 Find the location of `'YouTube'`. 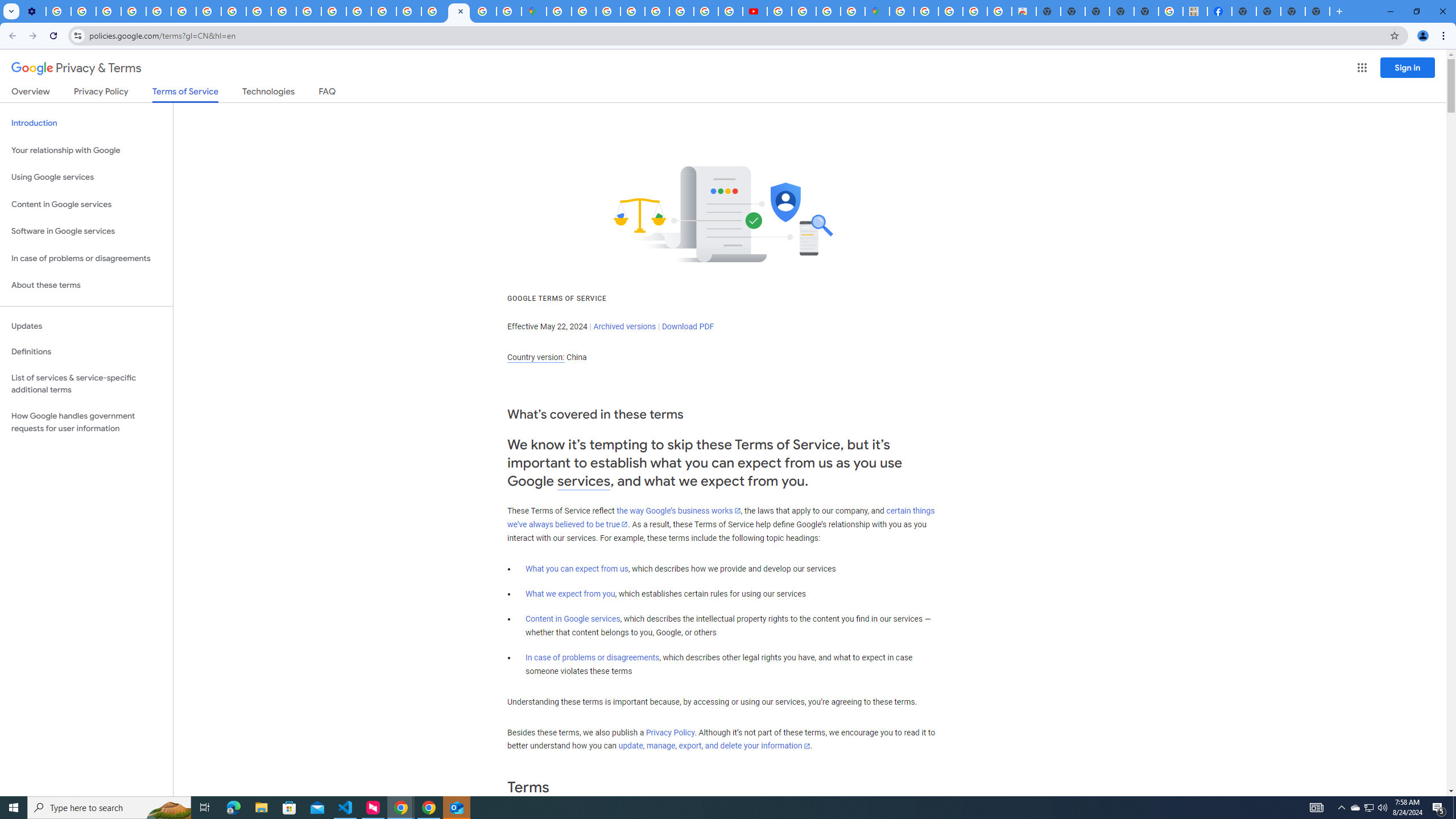

'YouTube' is located at coordinates (183, 11).